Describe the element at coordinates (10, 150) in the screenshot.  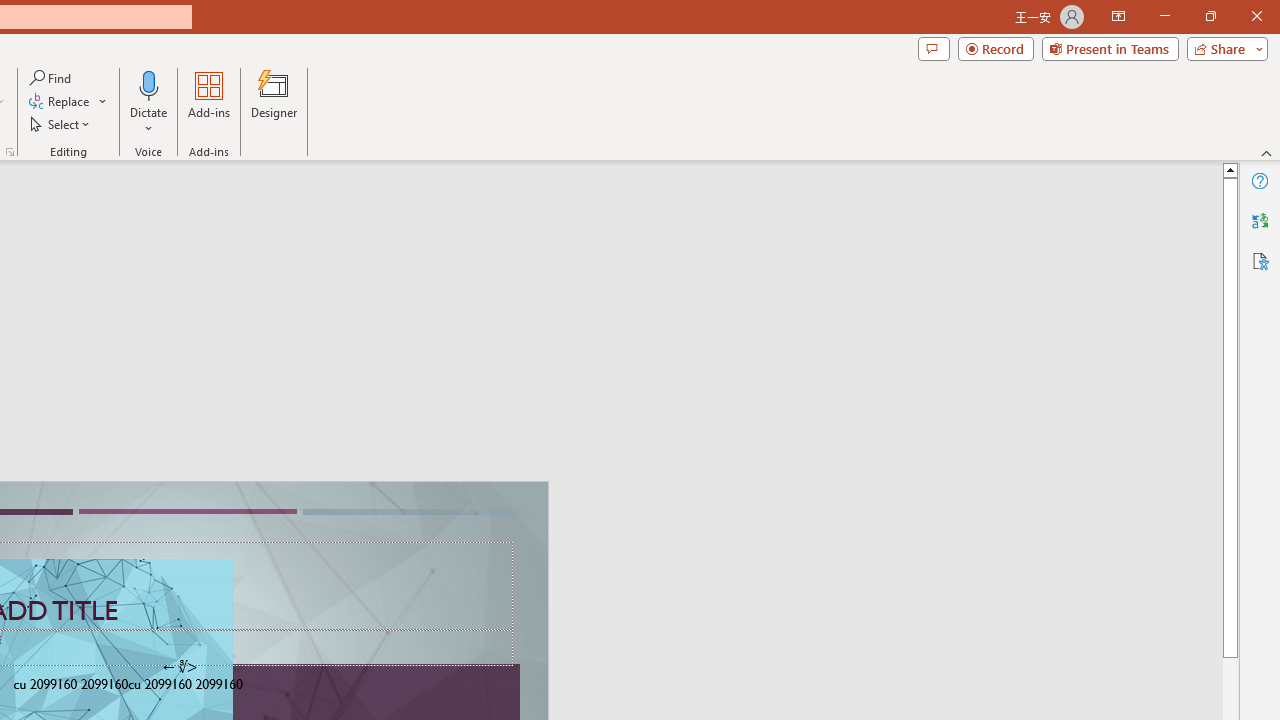
I see `'Format Object...'` at that location.